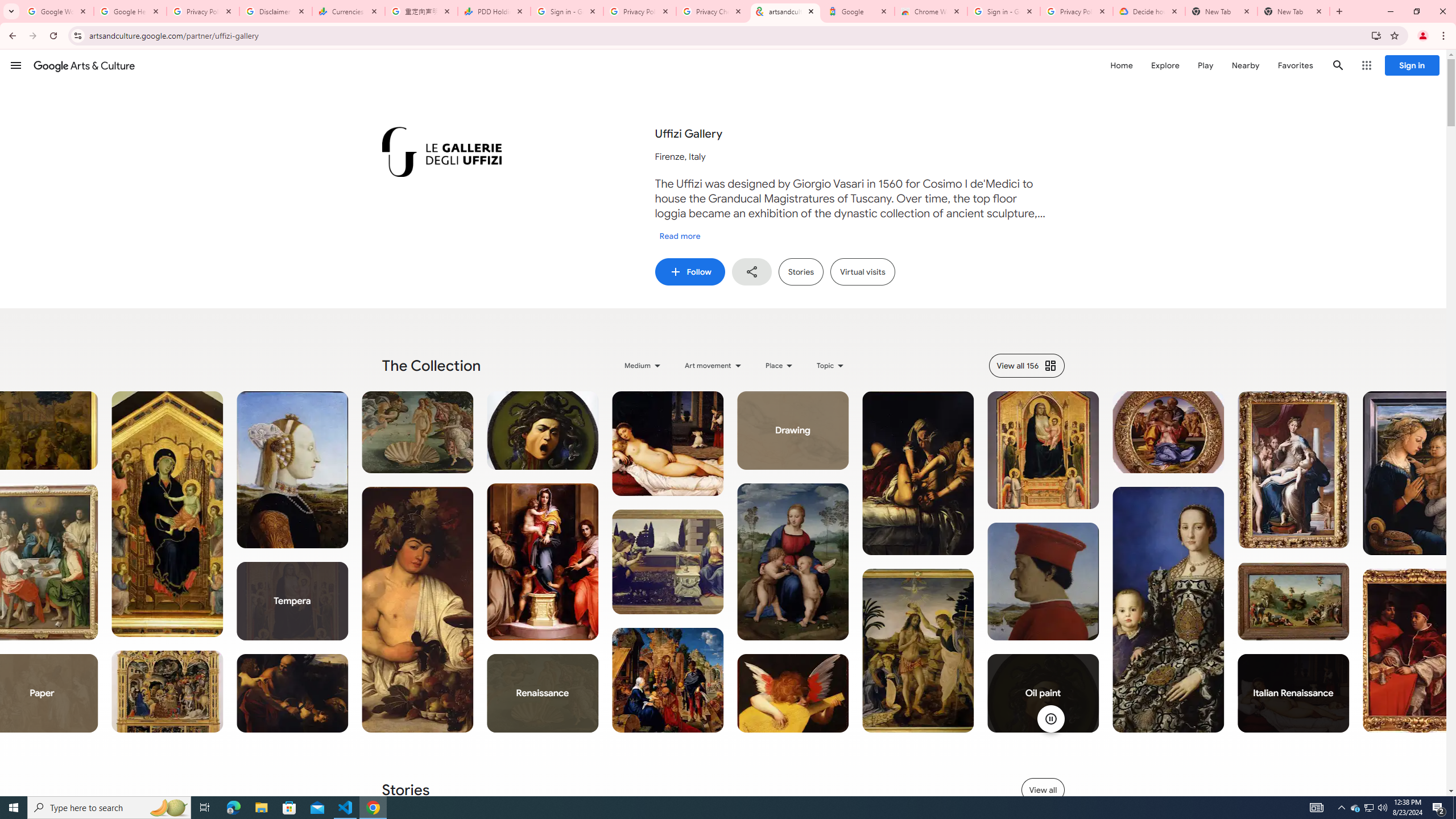  What do you see at coordinates (57, 11) in the screenshot?
I see `'Google Workspace Admin Community'` at bounding box center [57, 11].